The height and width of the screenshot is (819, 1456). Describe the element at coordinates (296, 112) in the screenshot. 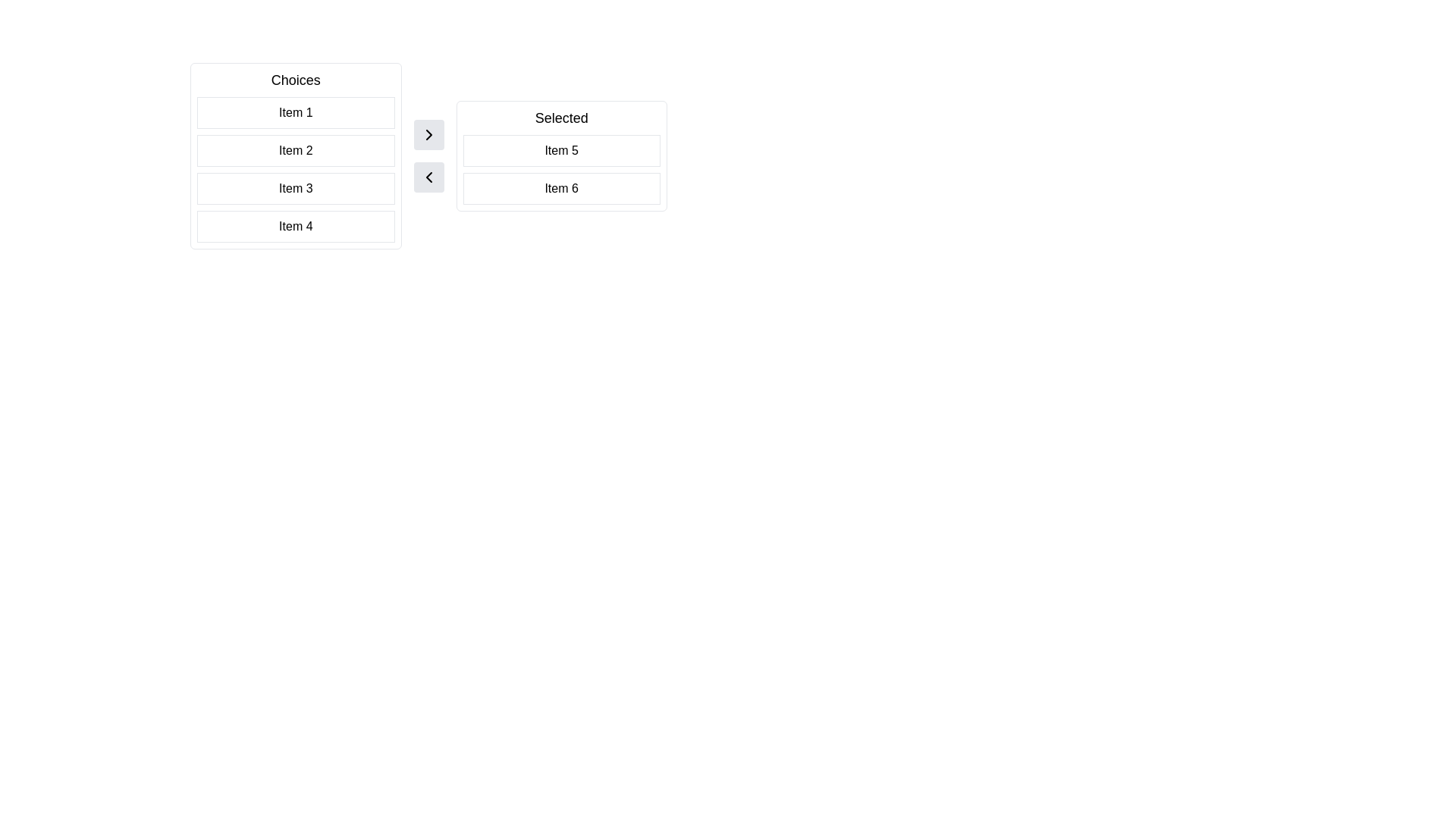

I see `the first selectable item labeled 'Item 1' in the list under the title 'Choices'` at that location.